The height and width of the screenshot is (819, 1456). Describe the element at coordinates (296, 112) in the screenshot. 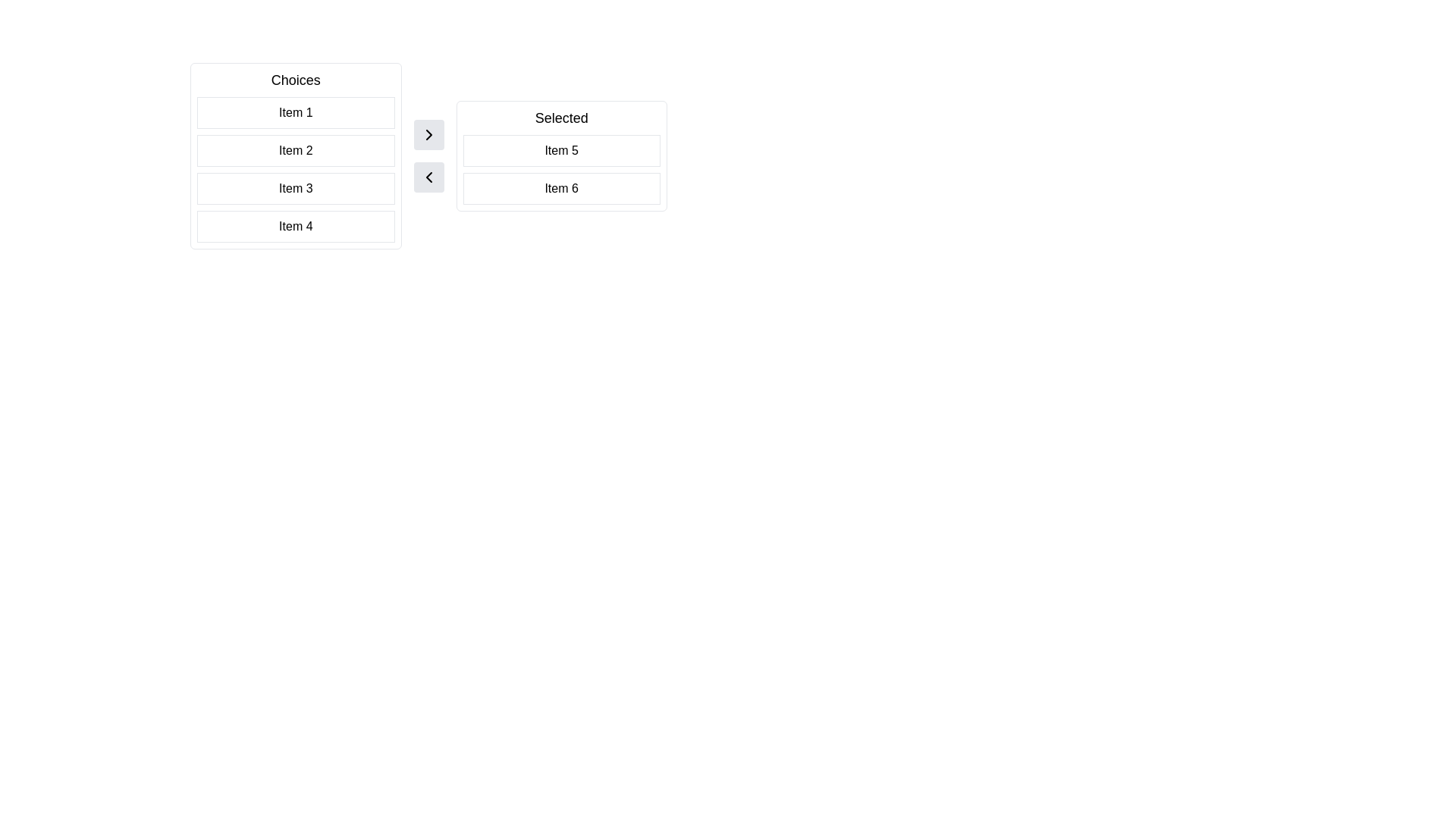

I see `the first selectable item labeled 'Item 1' in the list under the title 'Choices'` at that location.